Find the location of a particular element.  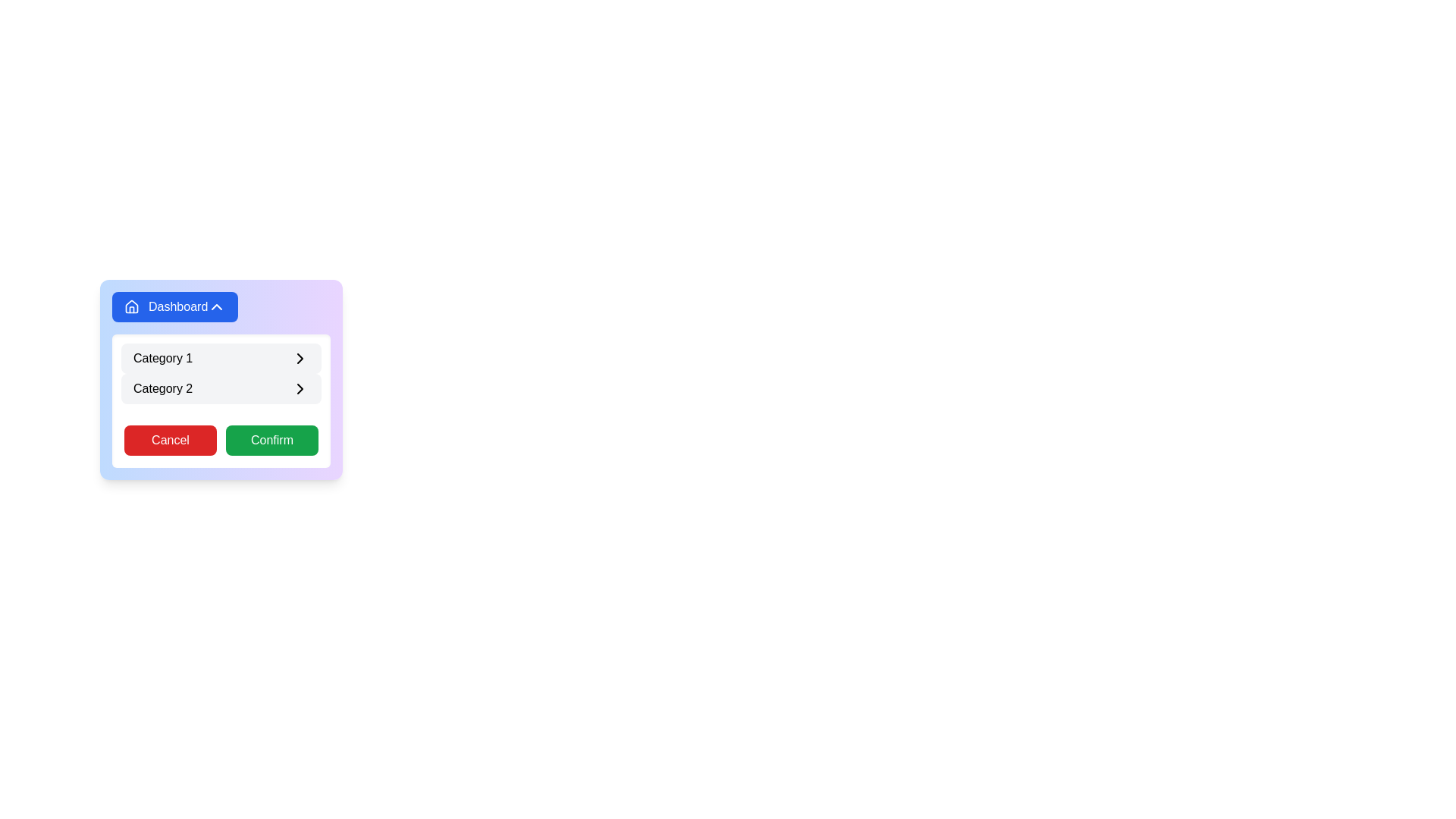

the blue rectangular button labeled 'Dashboard' with a home icon on the left and an upward-pointing chevron on the right is located at coordinates (175, 307).